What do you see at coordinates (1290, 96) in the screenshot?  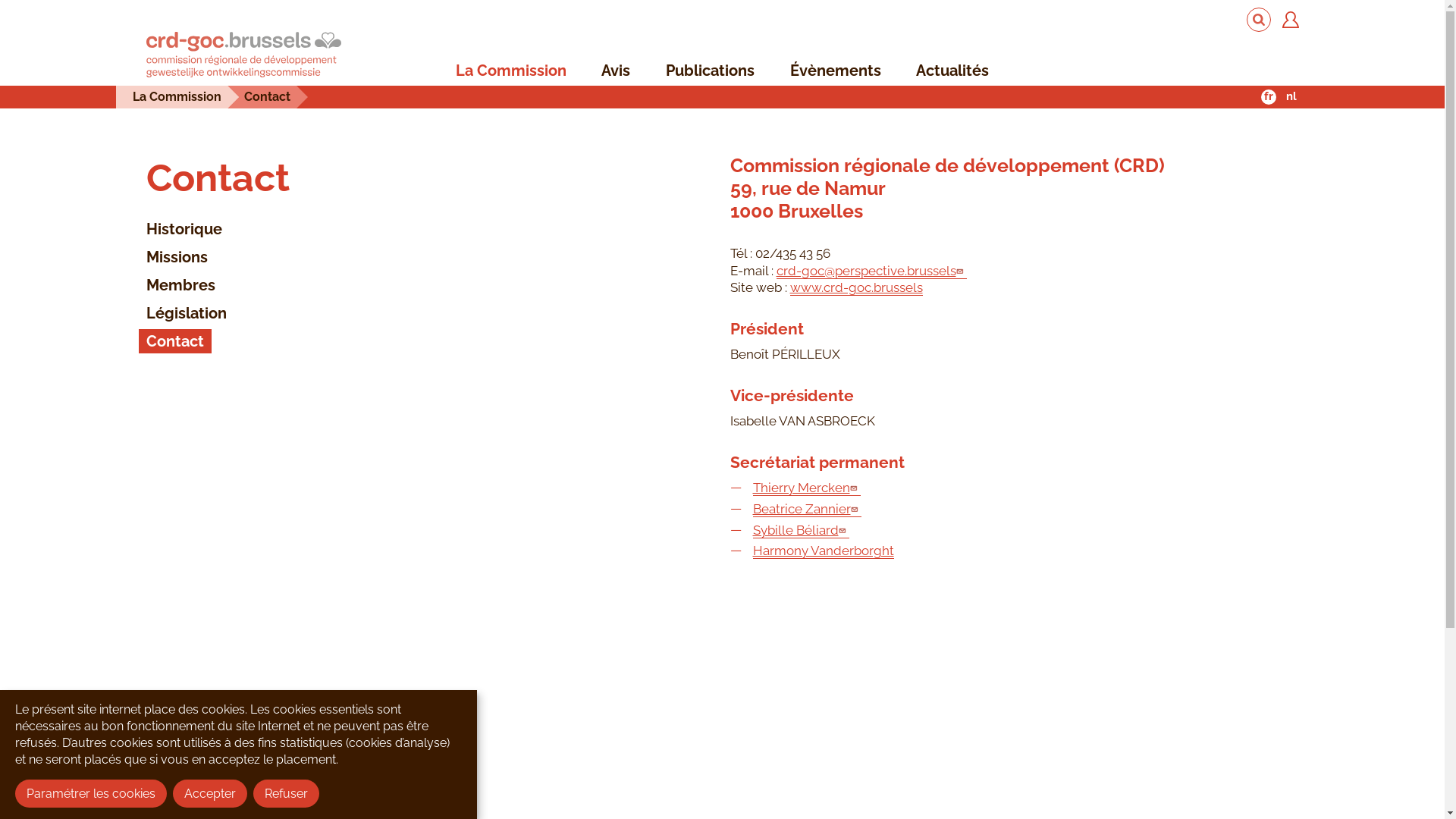 I see `'nl'` at bounding box center [1290, 96].